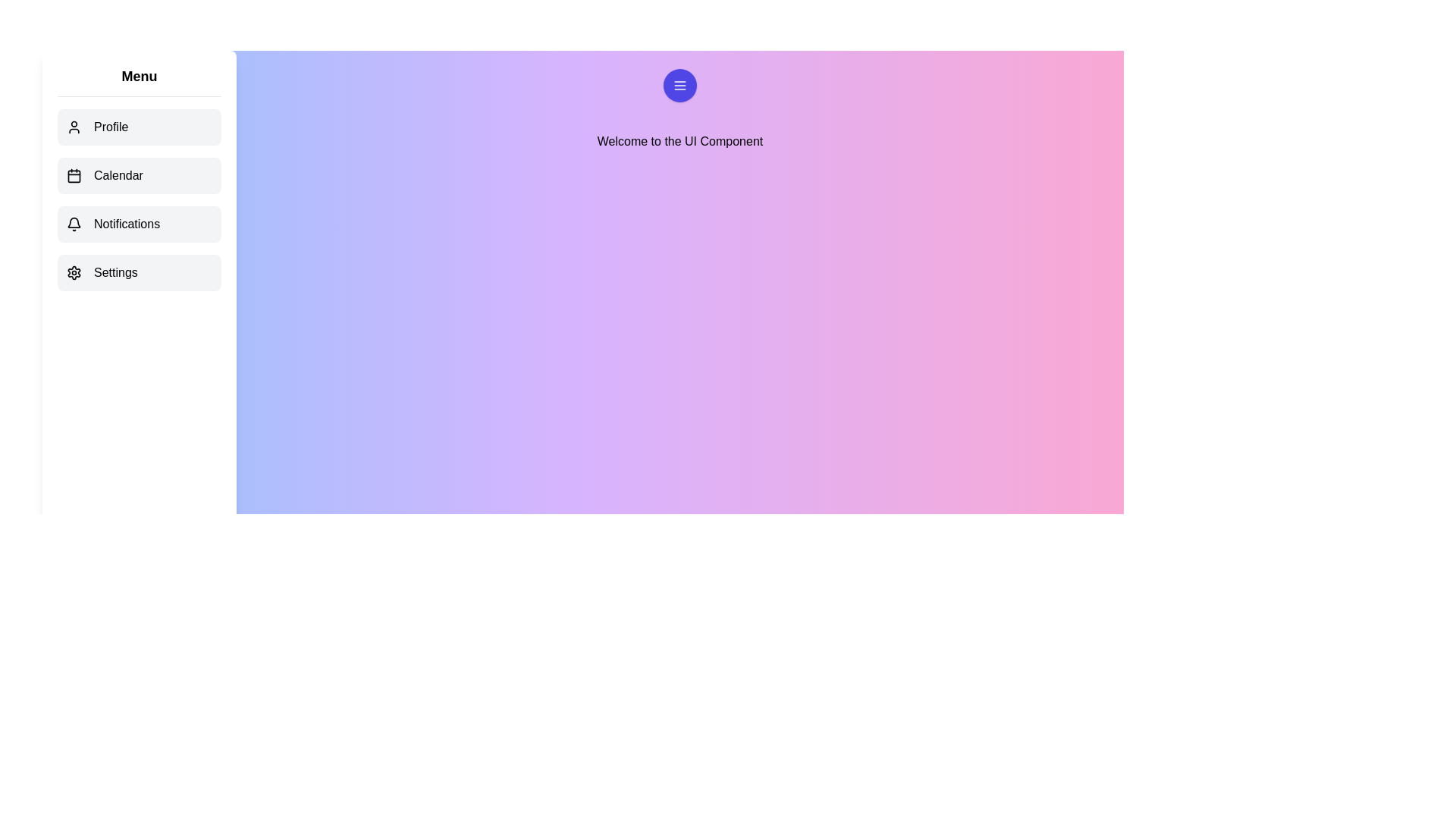  What do you see at coordinates (139, 224) in the screenshot?
I see `the menu item Notifications from the menu` at bounding box center [139, 224].